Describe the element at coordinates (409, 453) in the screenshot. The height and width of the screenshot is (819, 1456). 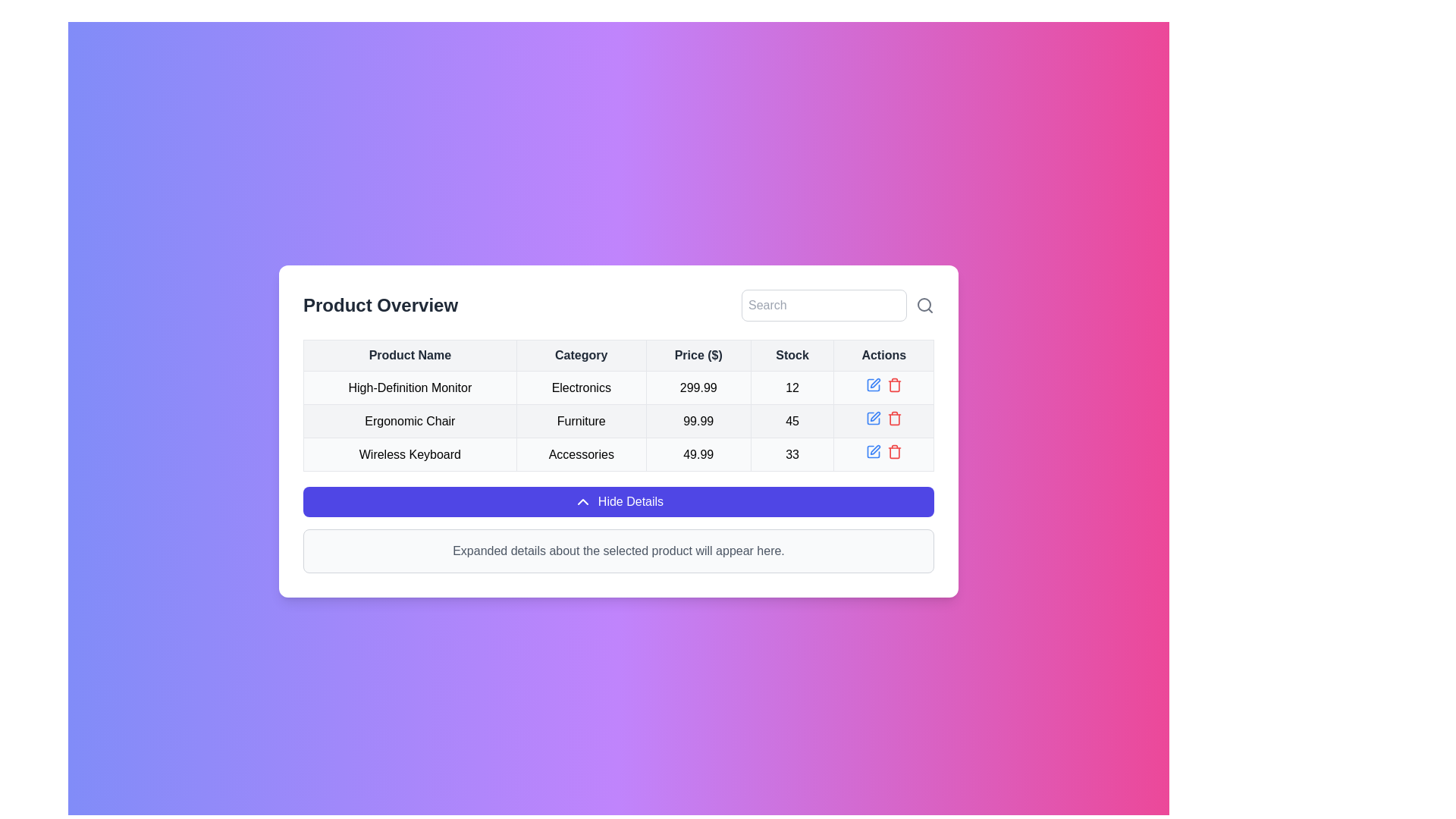
I see `the text label reading 'Wireless Keyboard', which is the first cell in the fourth row of the table under the 'Product Name' column` at that location.